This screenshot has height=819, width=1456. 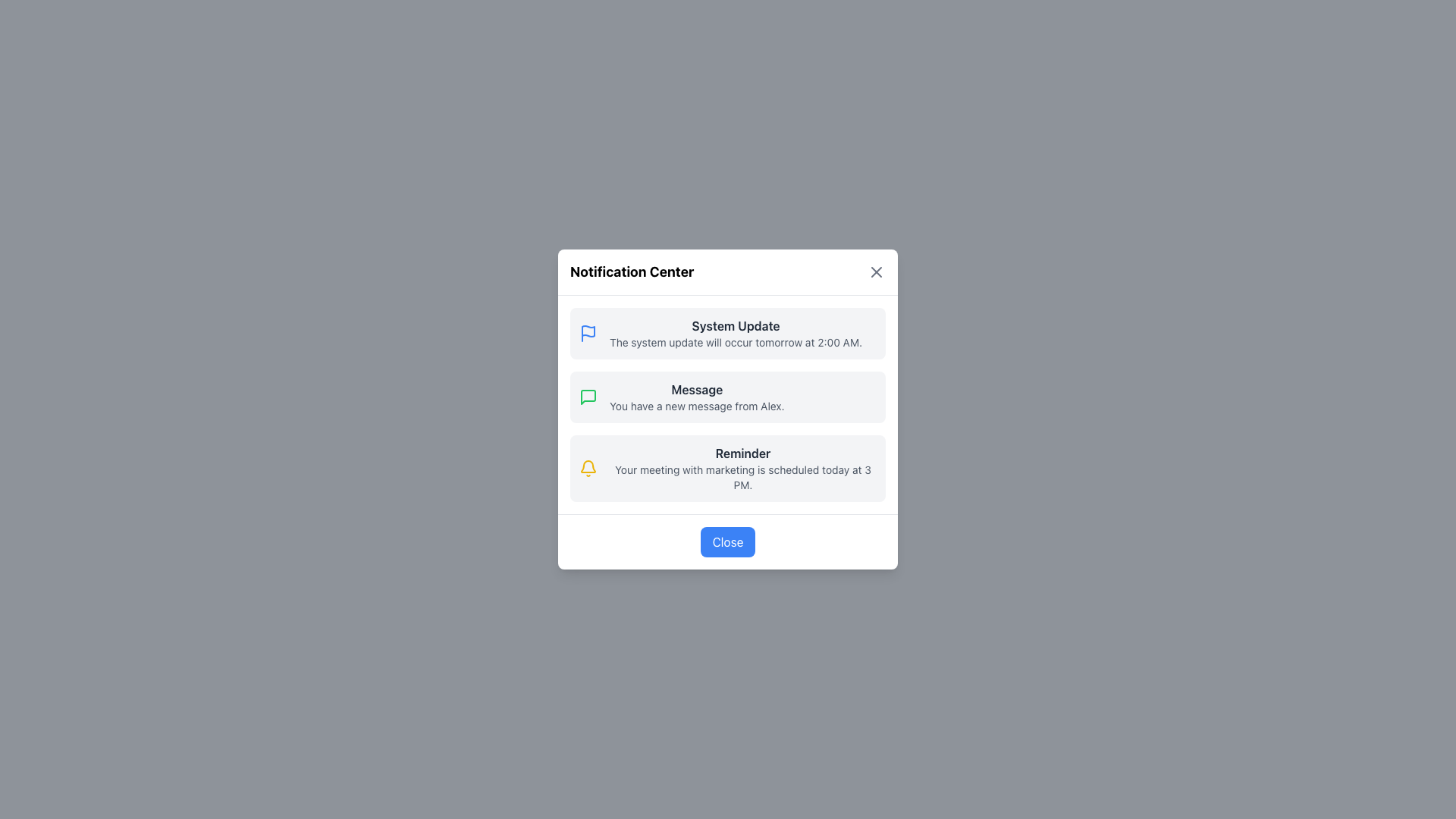 What do you see at coordinates (696, 397) in the screenshot?
I see `text displayed in the two-line text display element, which shows 'Message' in bold dark gray and 'You have a new message from Alex.' in smaller light gray` at bounding box center [696, 397].